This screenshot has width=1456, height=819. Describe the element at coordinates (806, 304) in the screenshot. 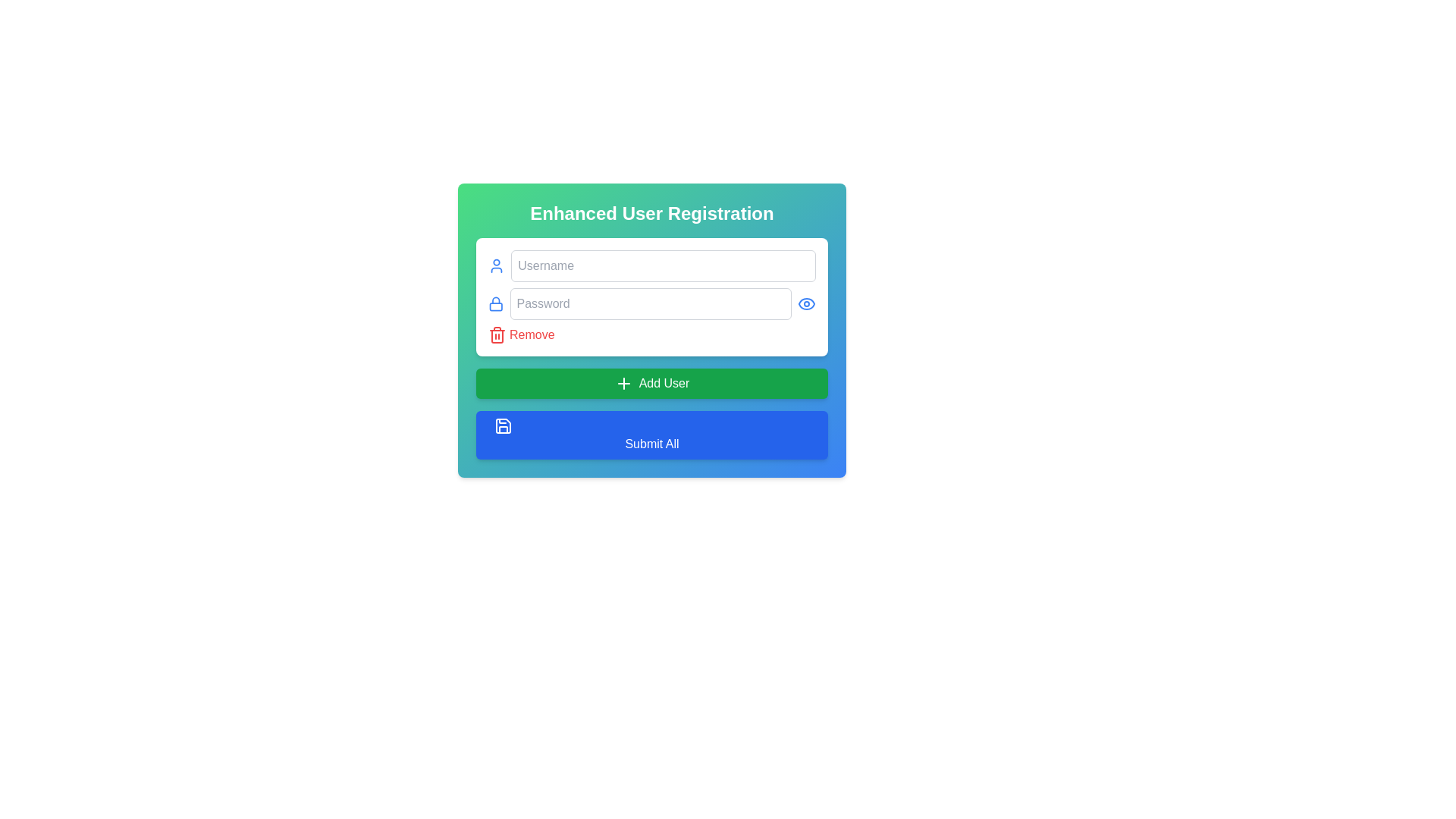

I see `the blue eye icon button located at the right end of the password input field` at that location.